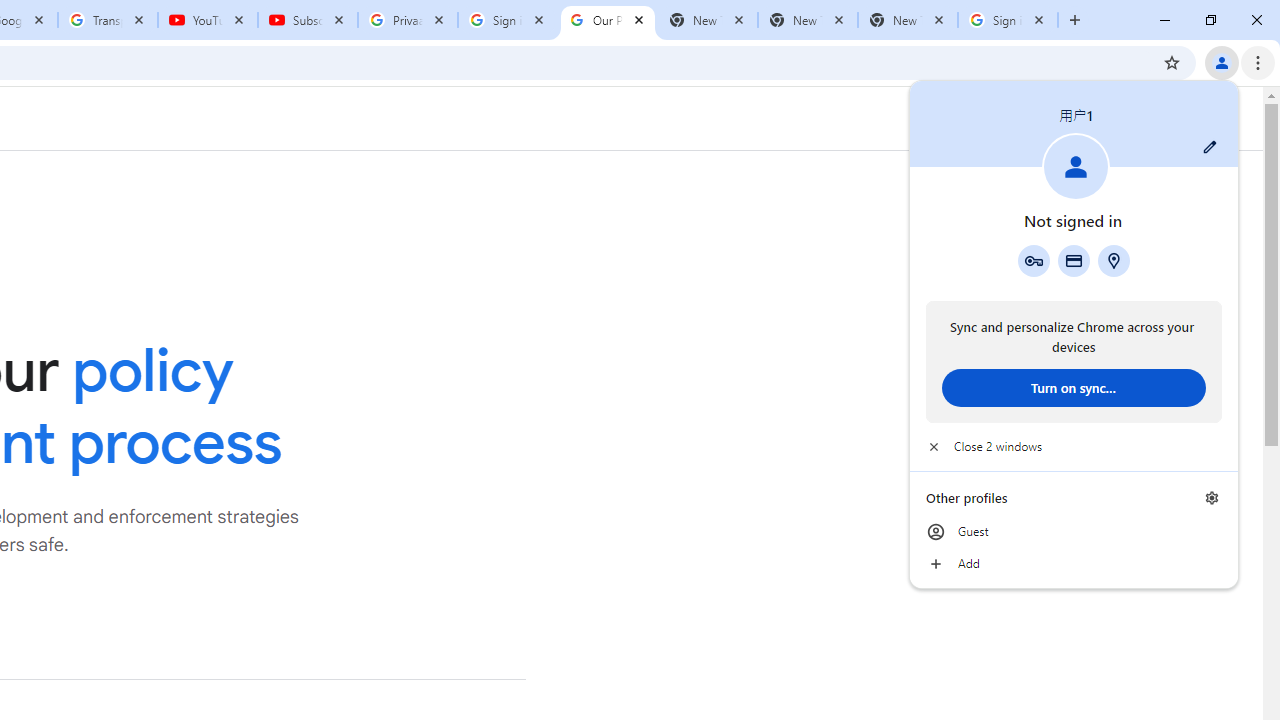 This screenshot has height=720, width=1280. I want to click on 'Sign in - Google Accounts', so click(1008, 20).